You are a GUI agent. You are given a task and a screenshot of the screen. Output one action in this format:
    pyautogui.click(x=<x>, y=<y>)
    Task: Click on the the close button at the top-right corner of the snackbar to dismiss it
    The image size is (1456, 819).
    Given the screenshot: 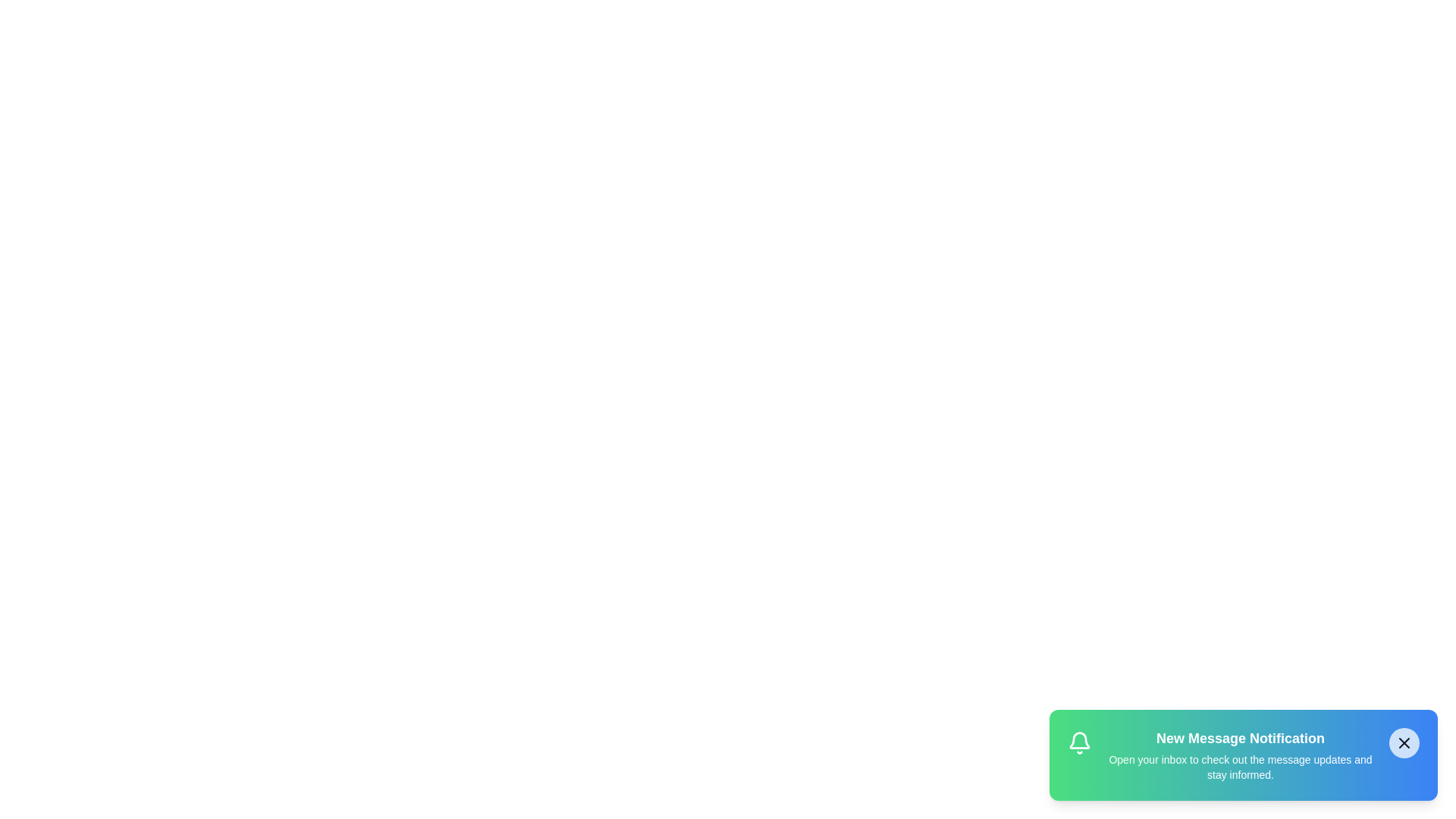 What is the action you would take?
    pyautogui.click(x=1404, y=742)
    